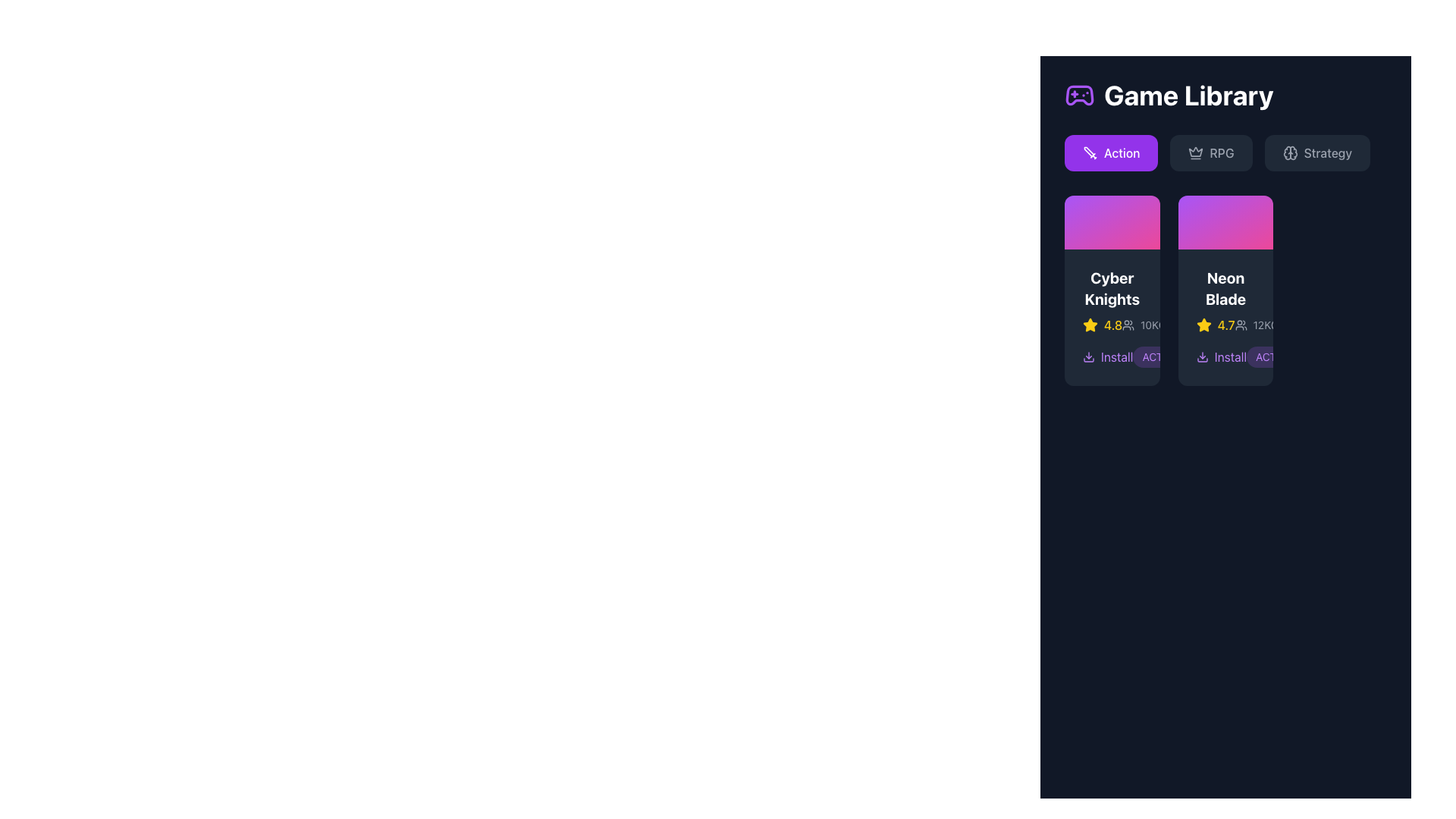  What do you see at coordinates (1111, 152) in the screenshot?
I see `the 'Action' filter button located at the top of the 'Game Library' menu` at bounding box center [1111, 152].